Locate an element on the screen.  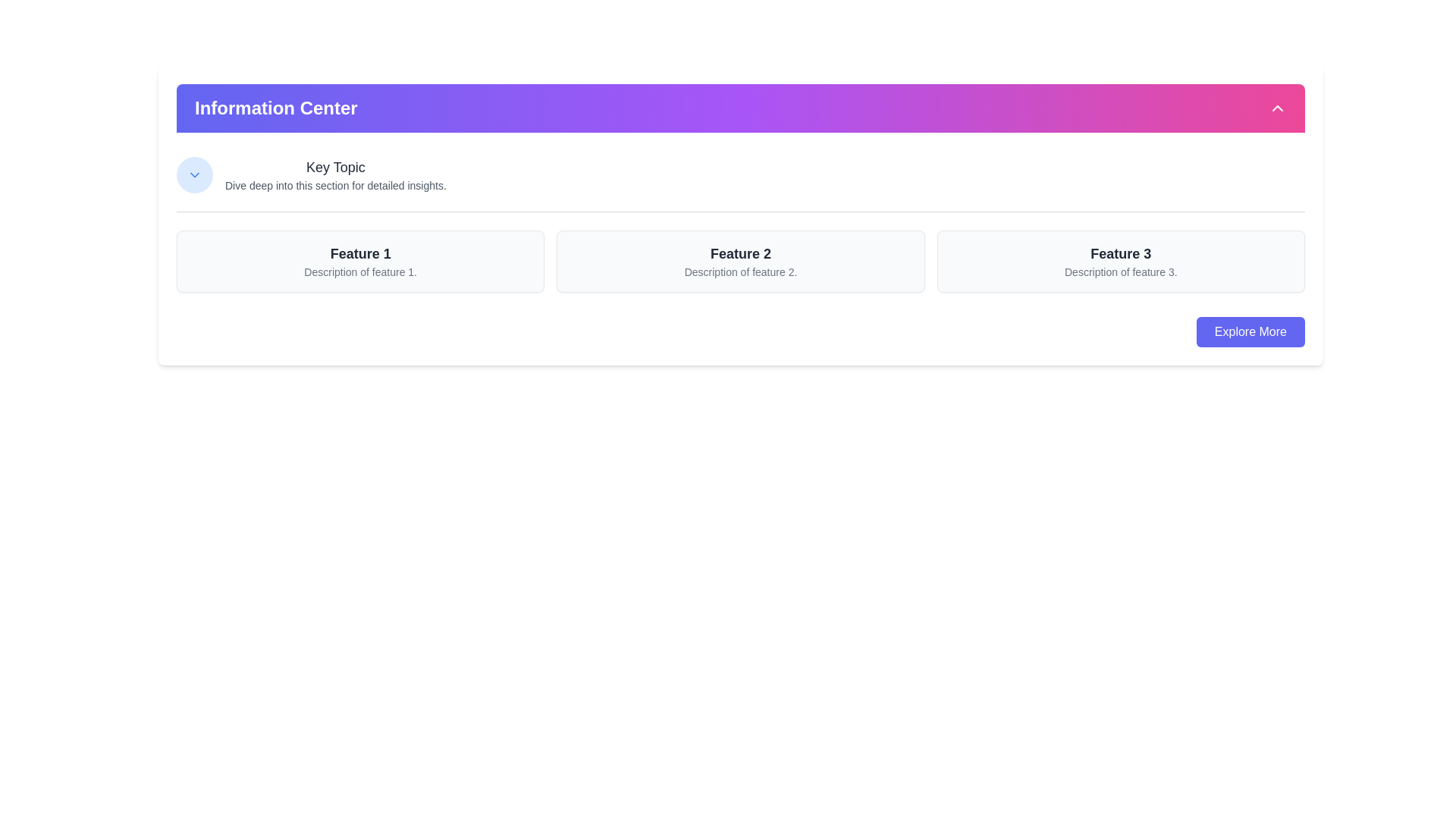
text content of the informative header text block located directly underneath the purple 'Information Center' header, positioned to the right of a circular blue icon with a chevron is located at coordinates (334, 174).